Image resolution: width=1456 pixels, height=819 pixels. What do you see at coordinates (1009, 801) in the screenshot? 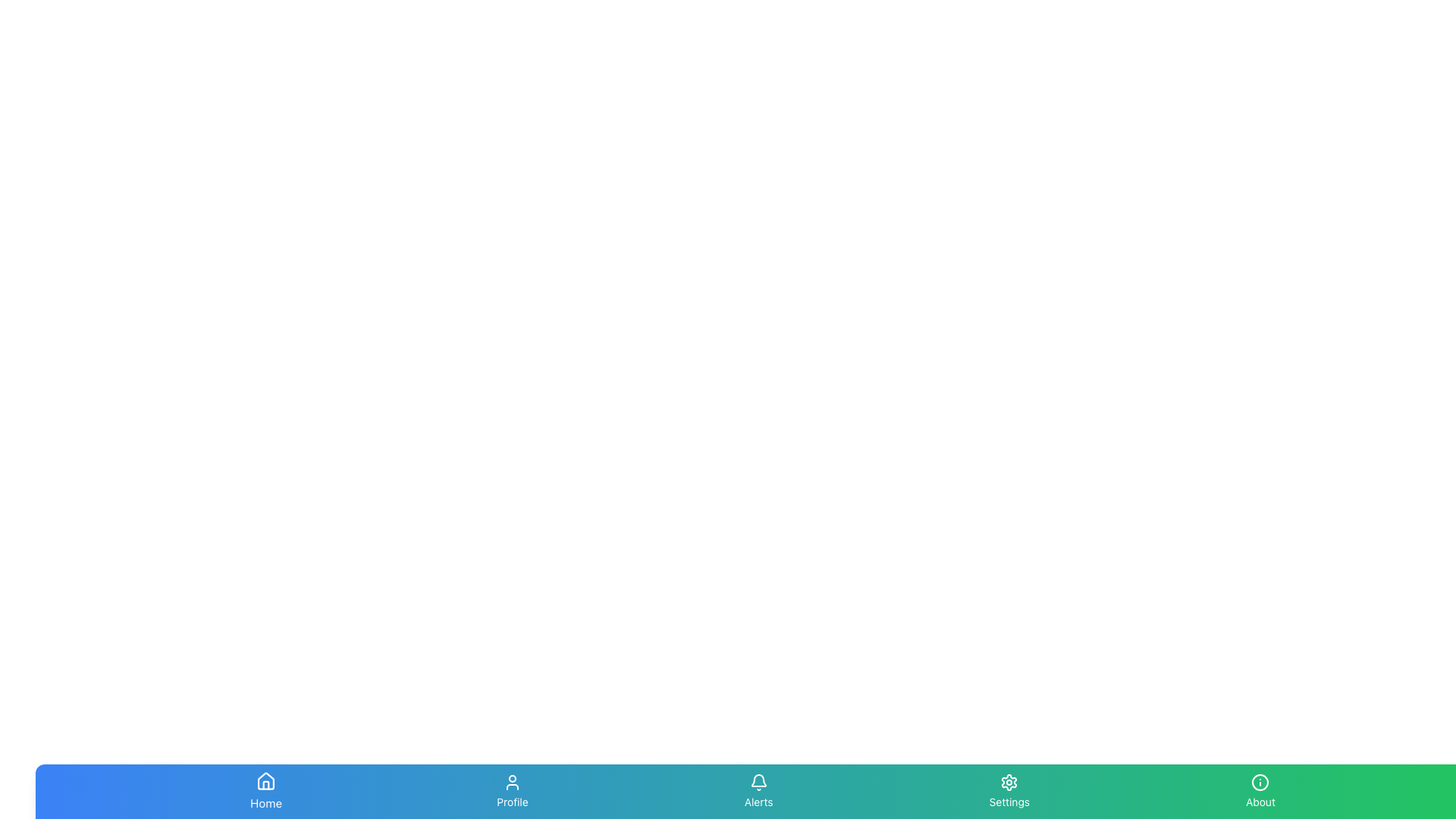
I see `the 'Settings' text label located in the bottom navigation bar, which identifies the associated button for accessing the settings section of the application` at bounding box center [1009, 801].